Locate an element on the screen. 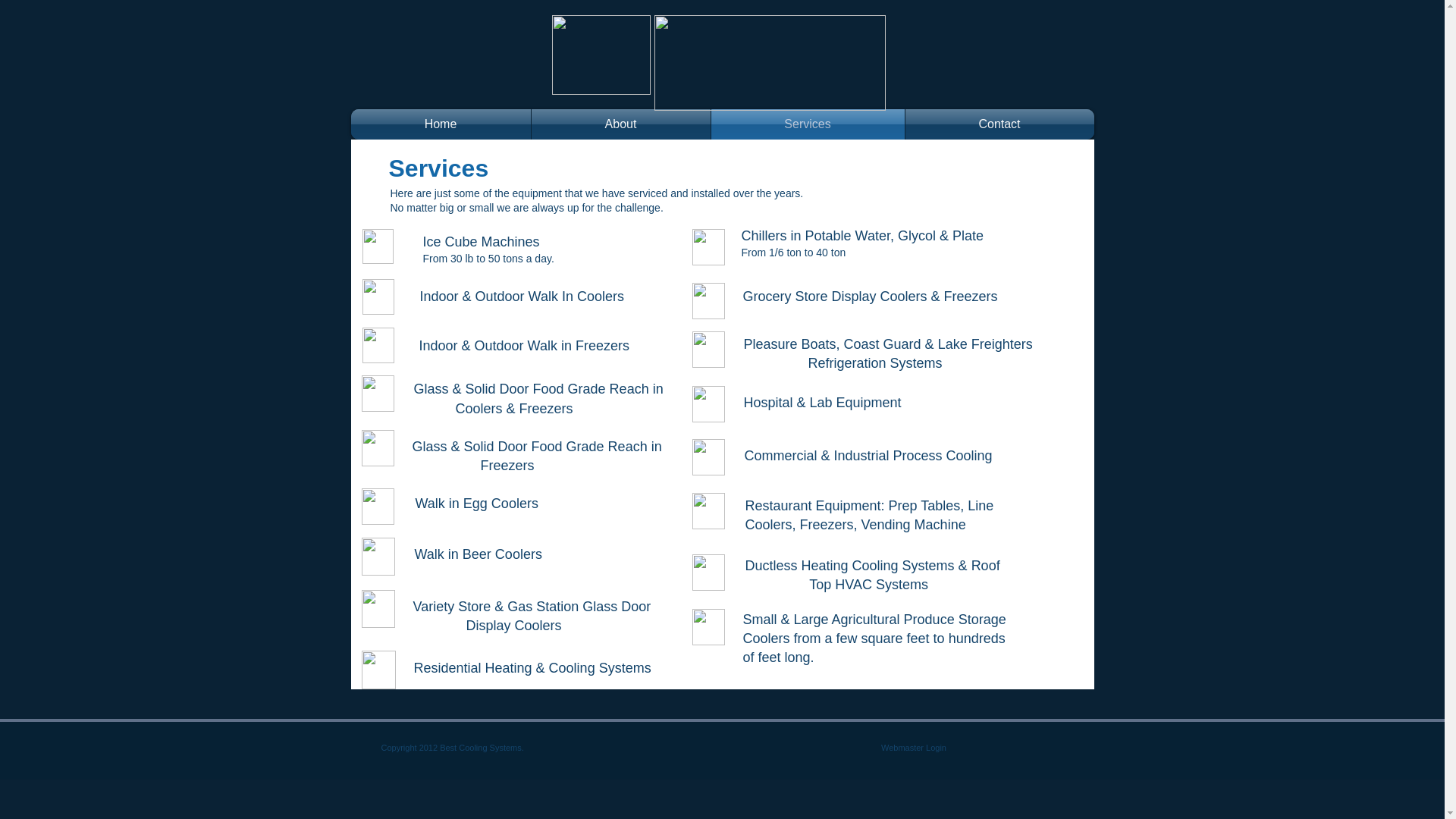 This screenshot has height=819, width=1456. 'Contact' is located at coordinates (905, 124).